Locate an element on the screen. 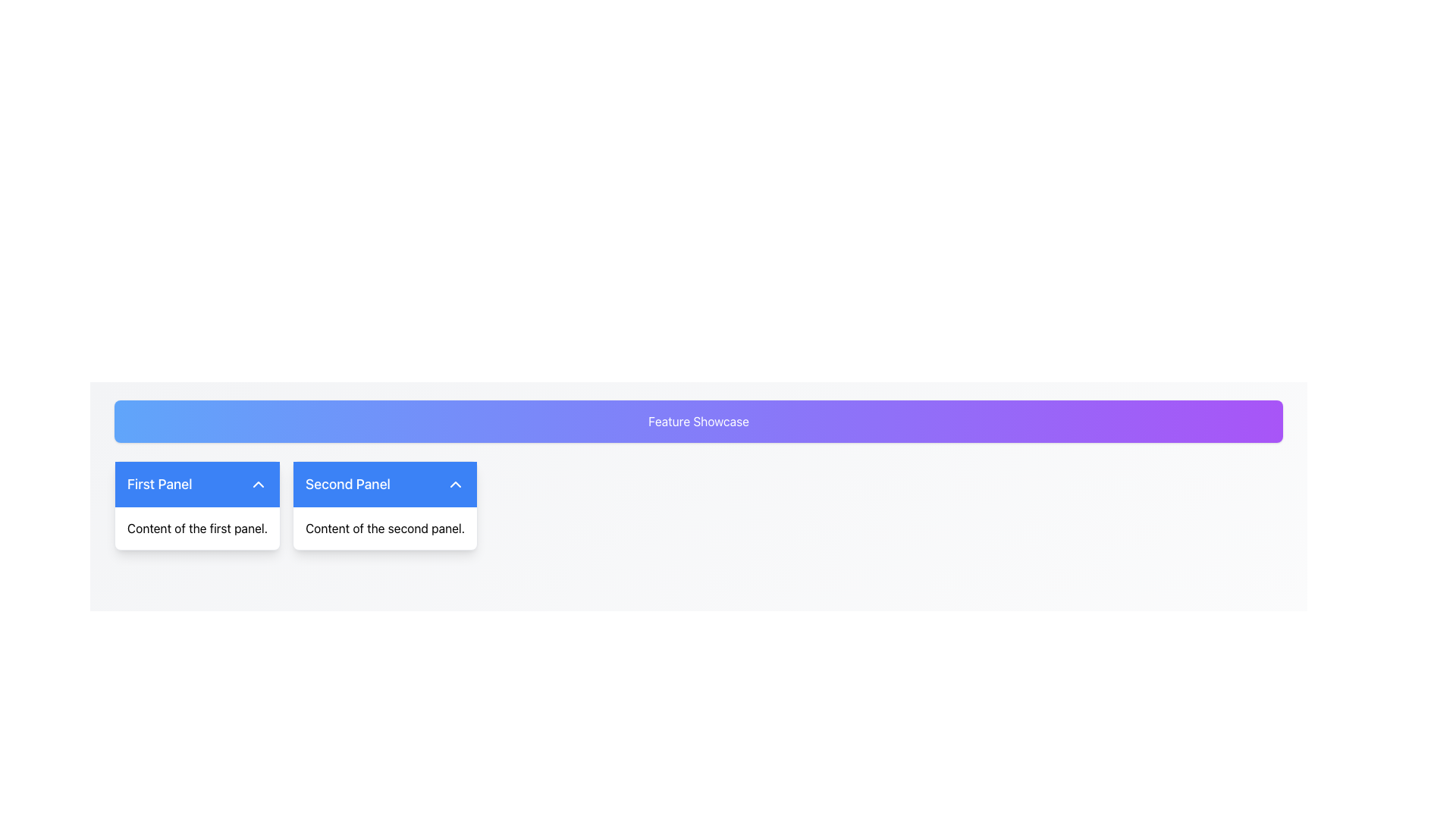  the static text label located beneath the header of the 'First Panel', which provides additional context to the user is located at coordinates (196, 528).